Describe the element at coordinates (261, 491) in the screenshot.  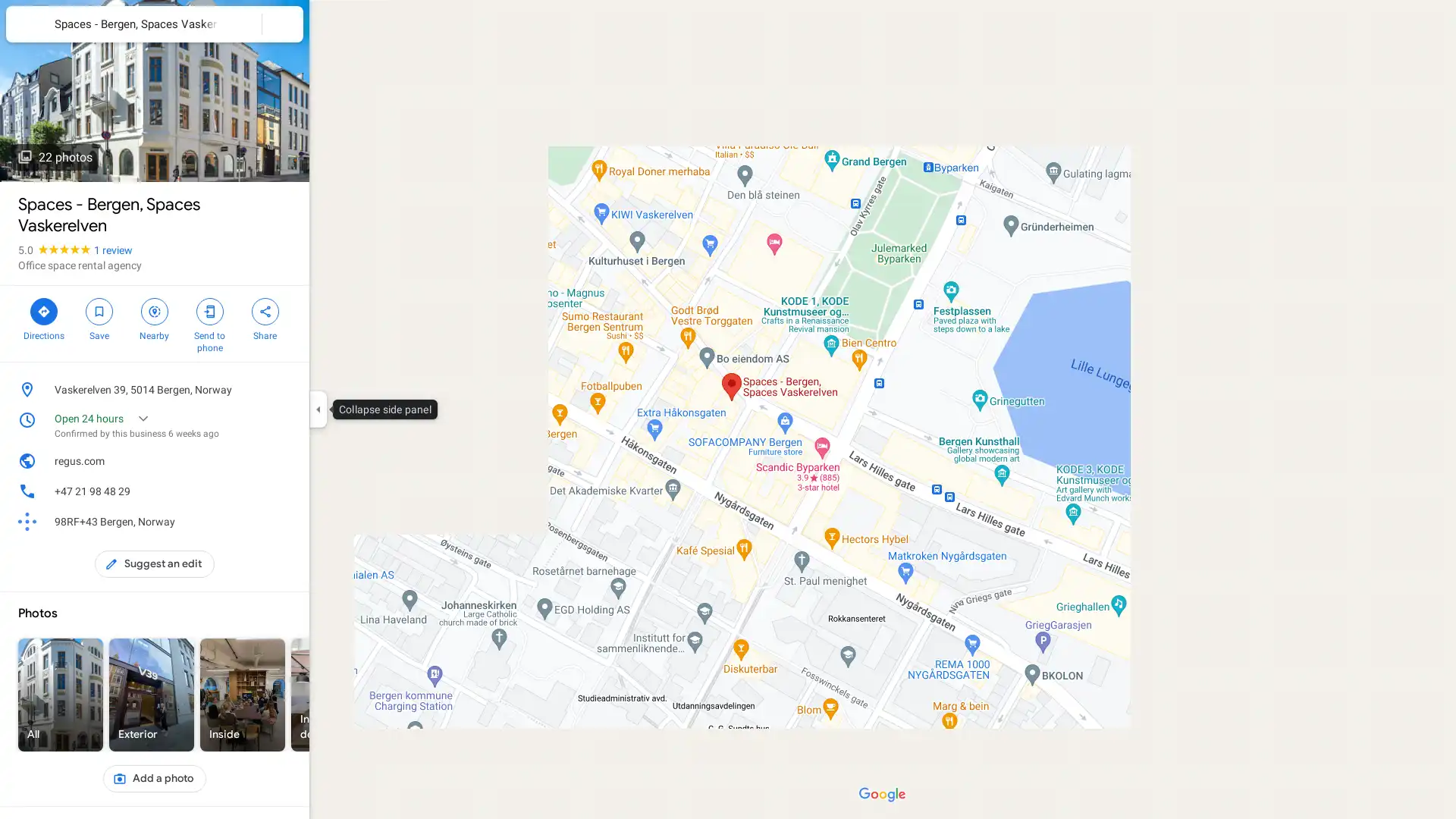
I see `Copy phone number` at that location.